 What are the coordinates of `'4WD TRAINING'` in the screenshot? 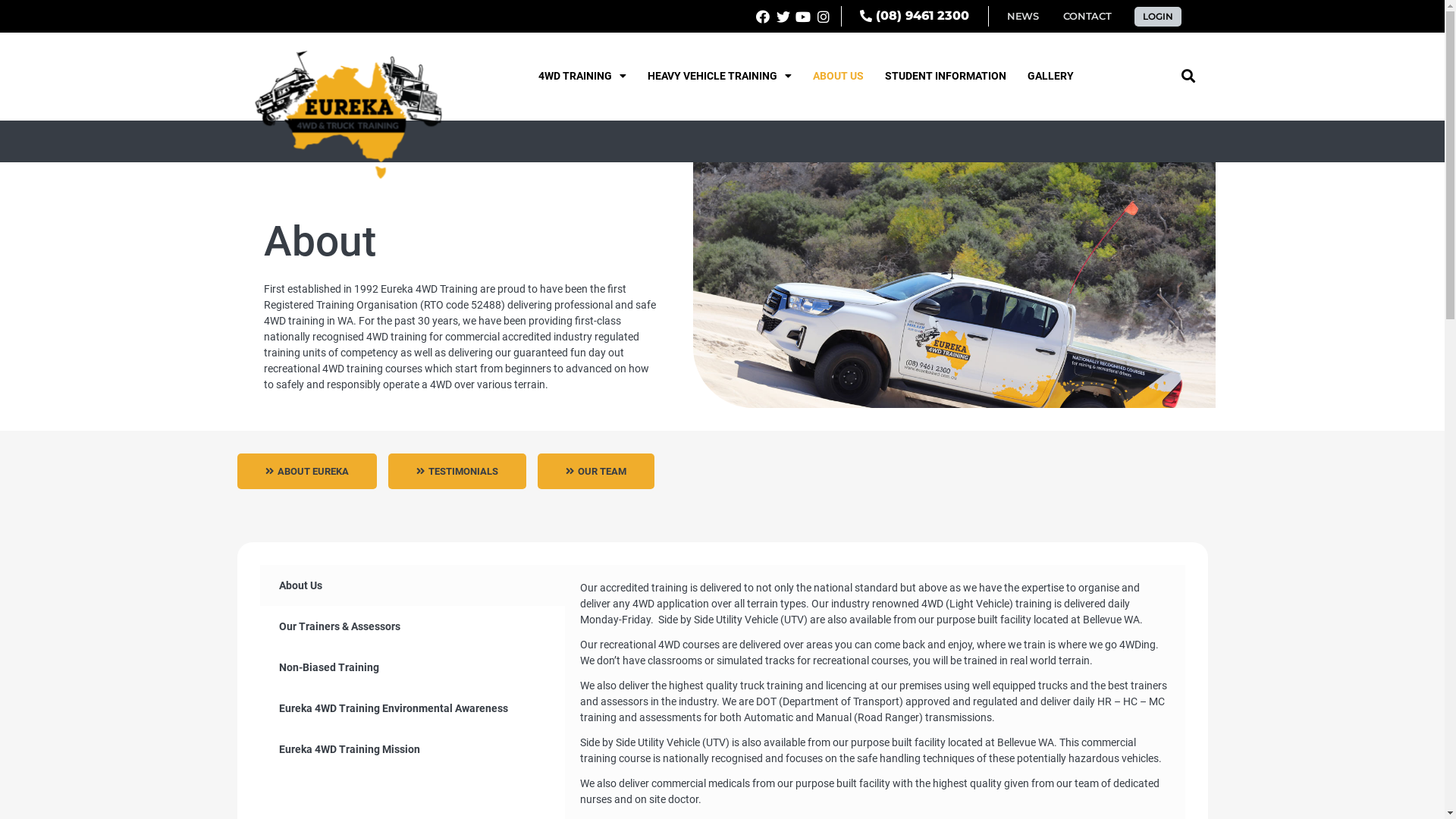 It's located at (582, 76).